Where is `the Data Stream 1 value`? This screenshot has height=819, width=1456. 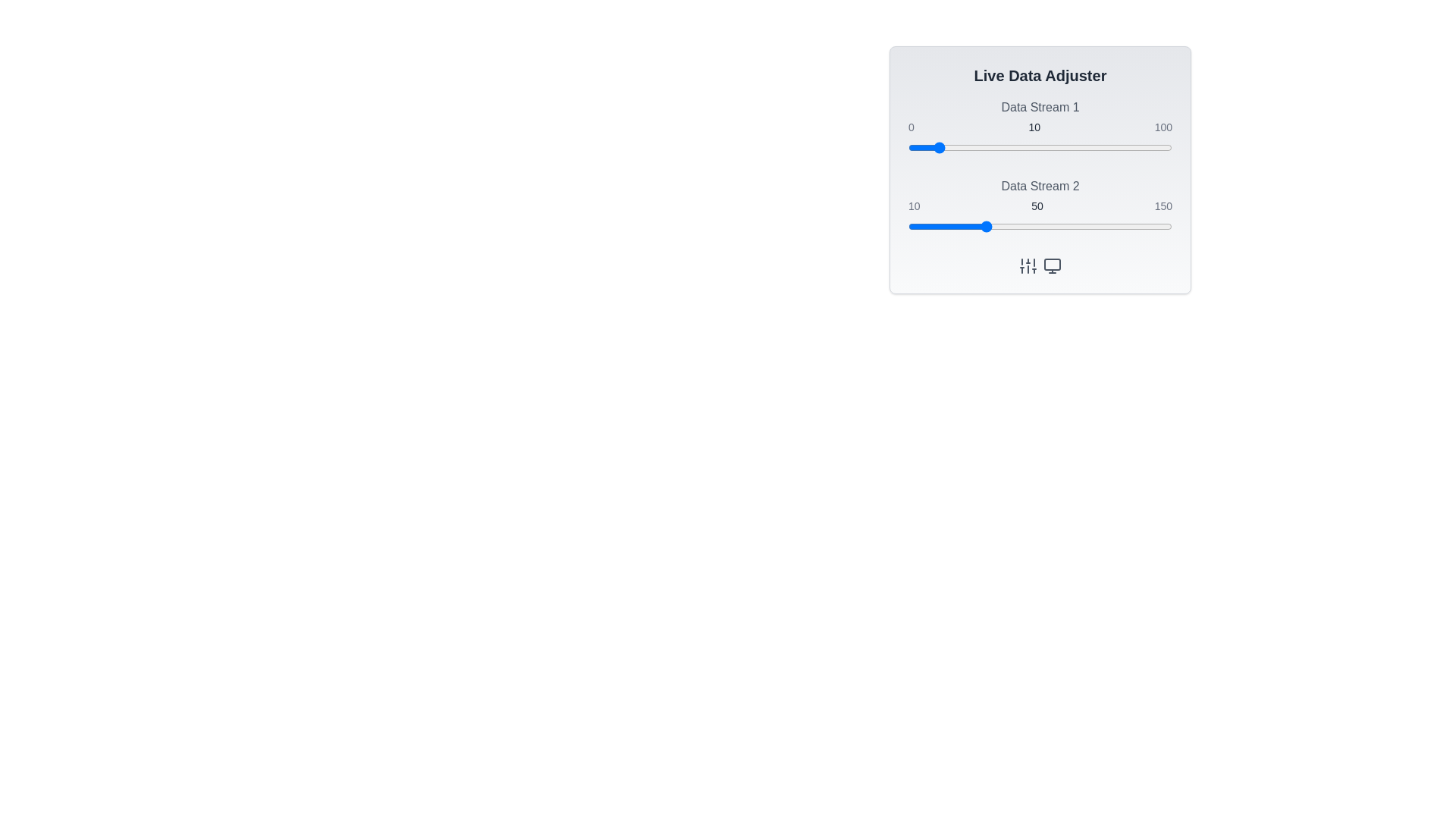
the Data Stream 1 value is located at coordinates (1000, 148).